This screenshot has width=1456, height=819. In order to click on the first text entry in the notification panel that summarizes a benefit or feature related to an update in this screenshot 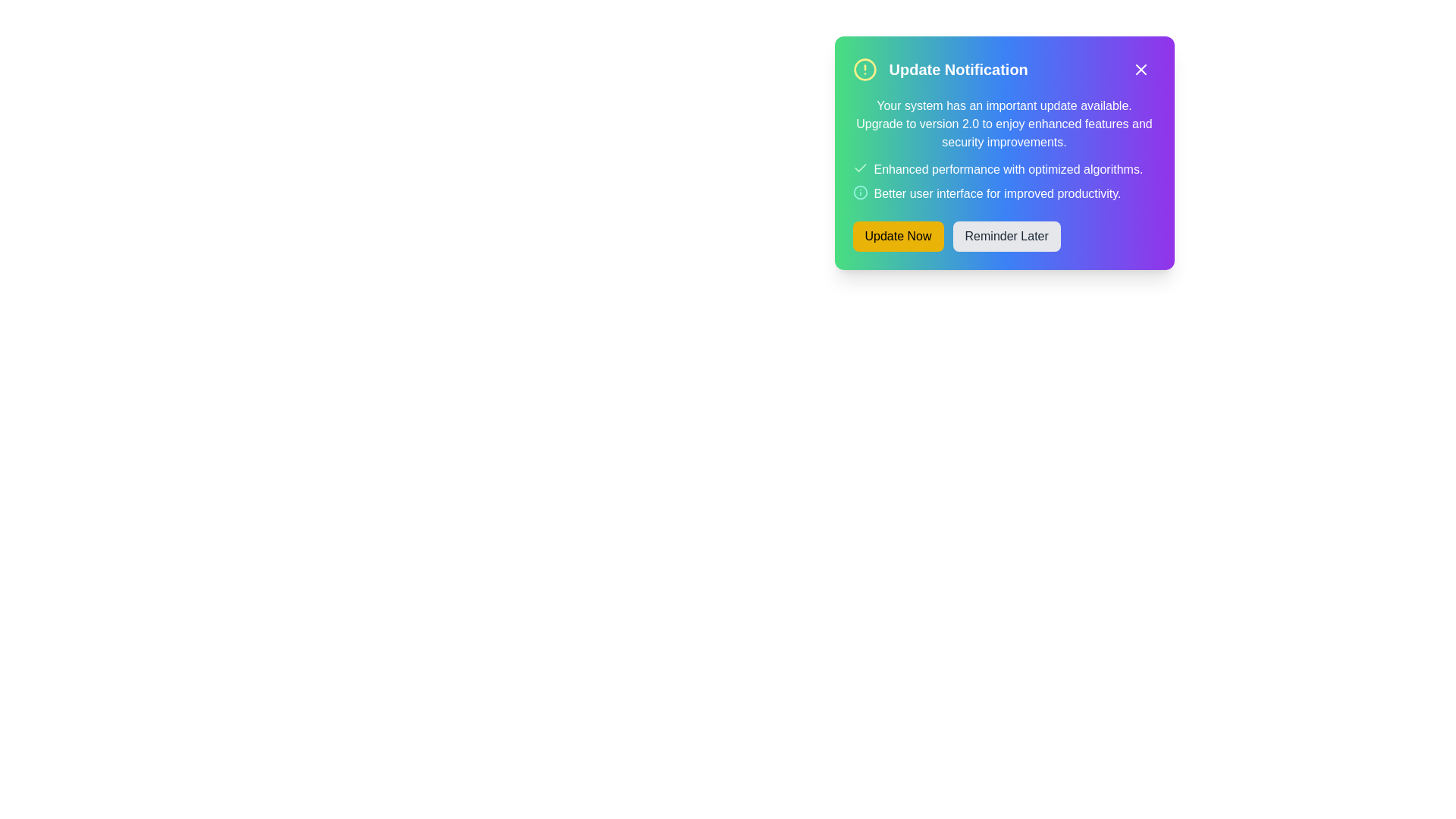, I will do `click(1004, 169)`.